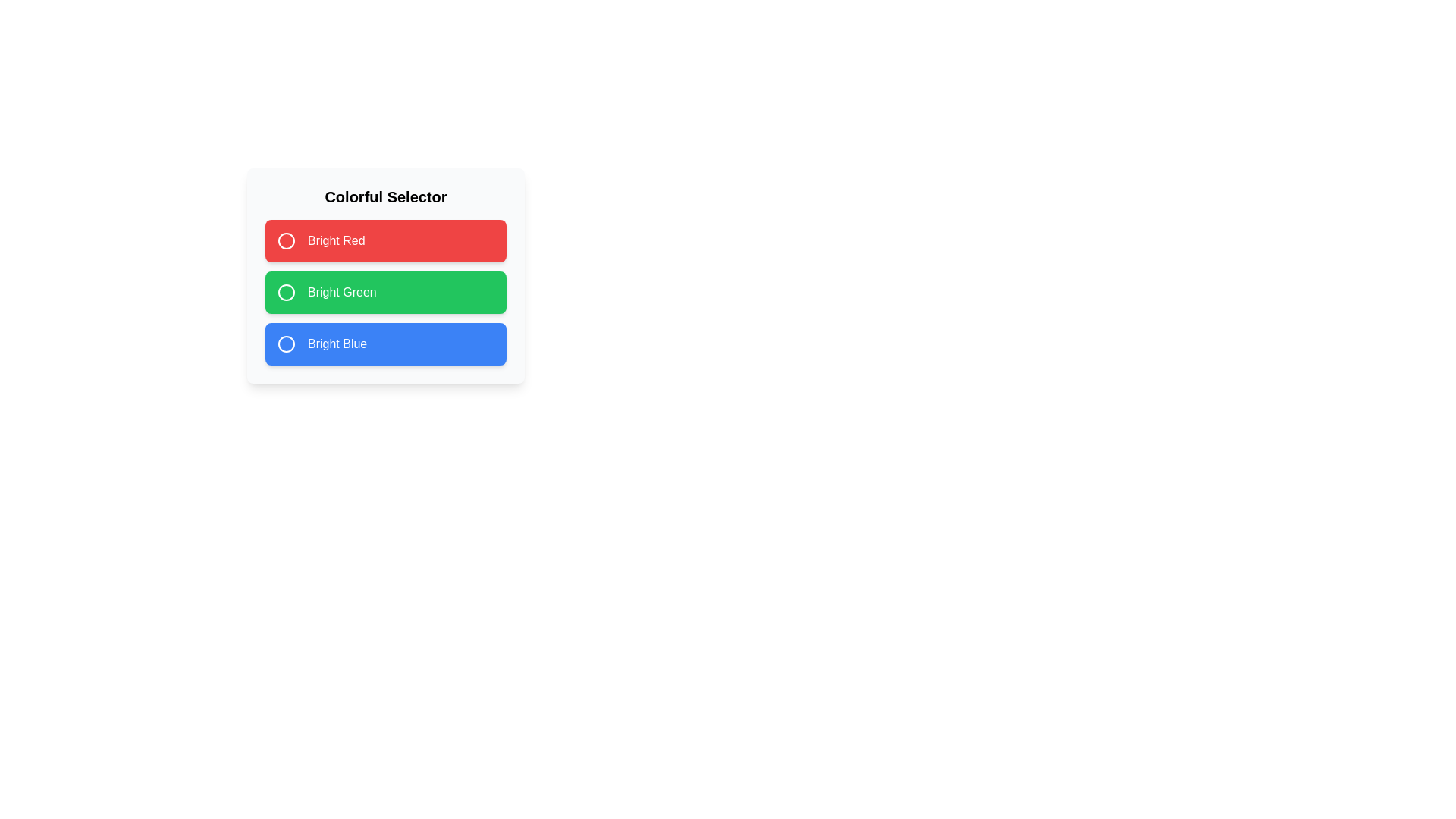 Image resolution: width=1456 pixels, height=819 pixels. Describe the element at coordinates (337, 344) in the screenshot. I see `text 'Bright Blue' from the third selectable option in the vertical group of colorful selectors, which has a blue background and a white circular icon to its left` at that location.